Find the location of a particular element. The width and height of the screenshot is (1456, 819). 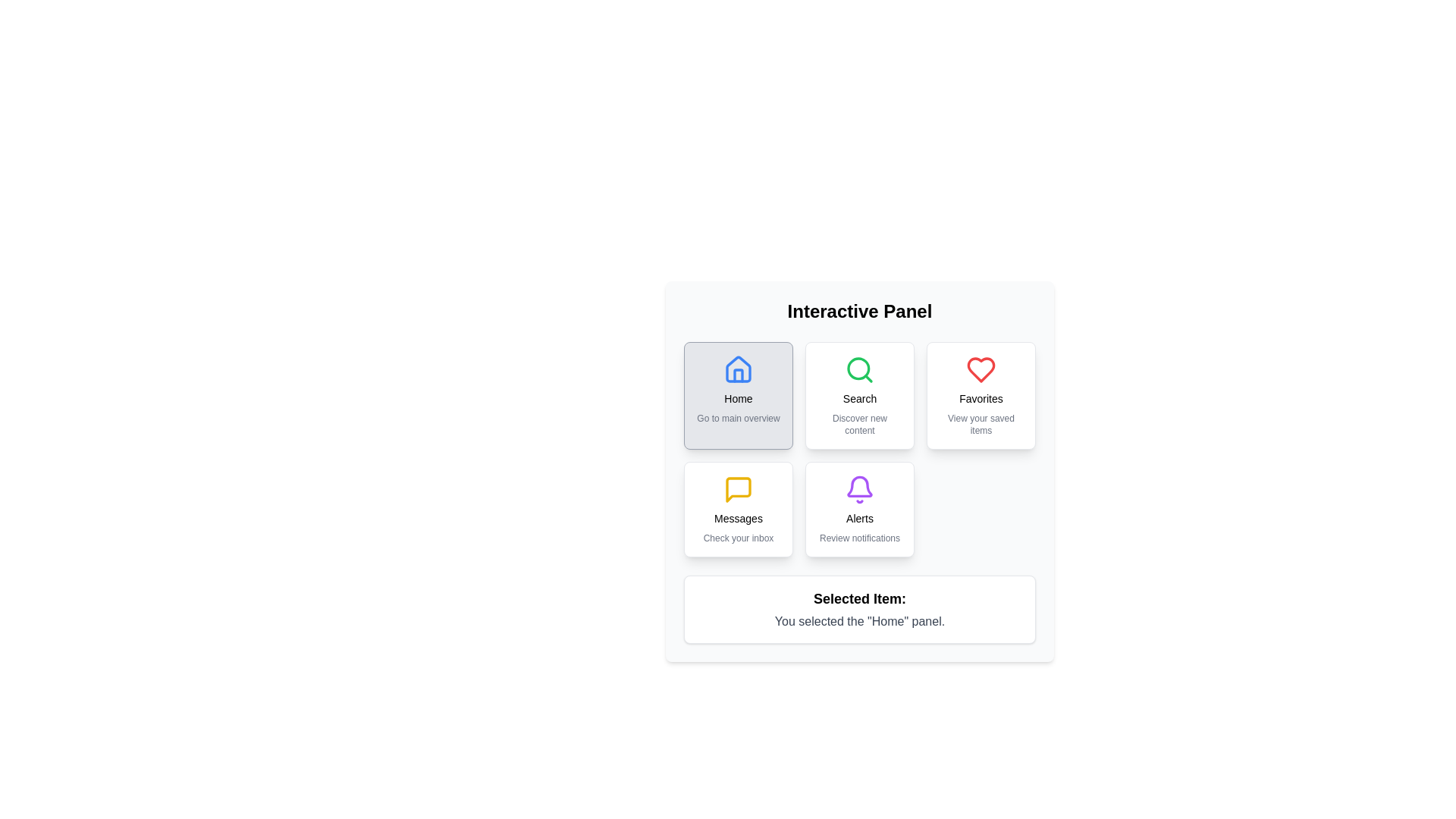

the visual representation of the red heart icon within the 'Favorites' card located in the top-right section of the grid layout is located at coordinates (981, 370).